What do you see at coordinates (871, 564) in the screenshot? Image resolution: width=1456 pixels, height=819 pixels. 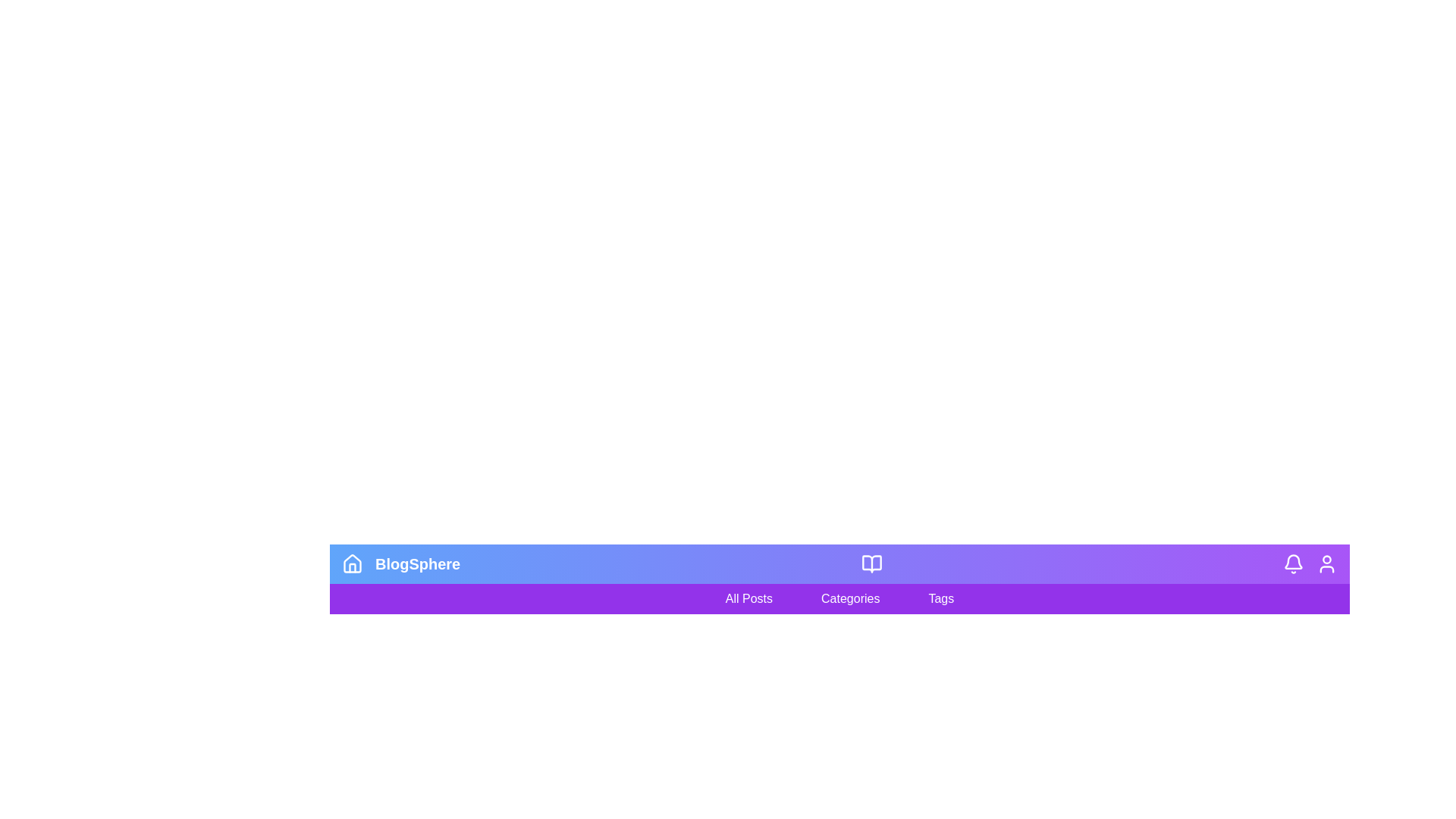 I see `the 'Book' icon to toggle the search bar` at bounding box center [871, 564].